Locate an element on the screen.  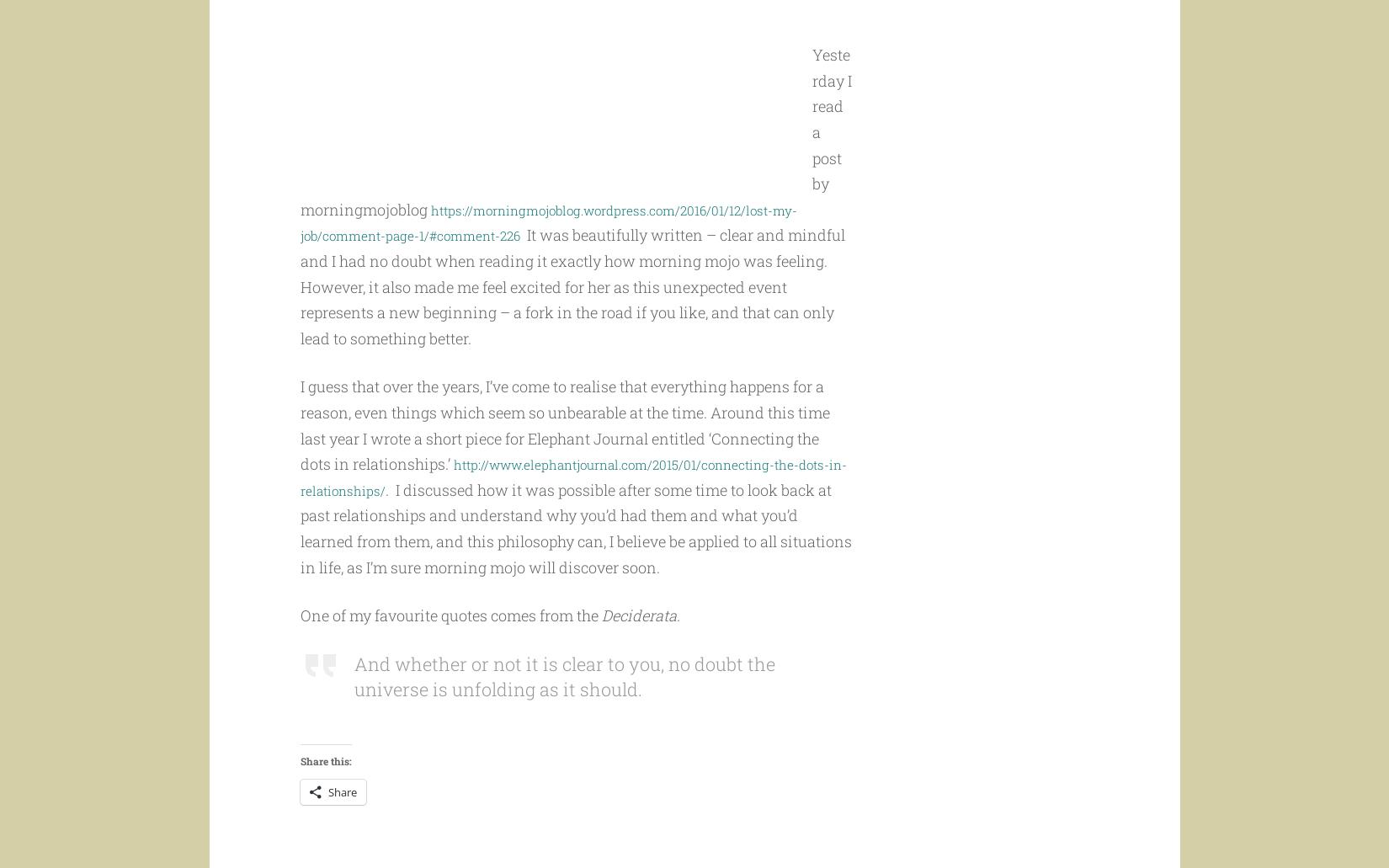
'One of my favourite quotes comes from the' is located at coordinates (449, 647).